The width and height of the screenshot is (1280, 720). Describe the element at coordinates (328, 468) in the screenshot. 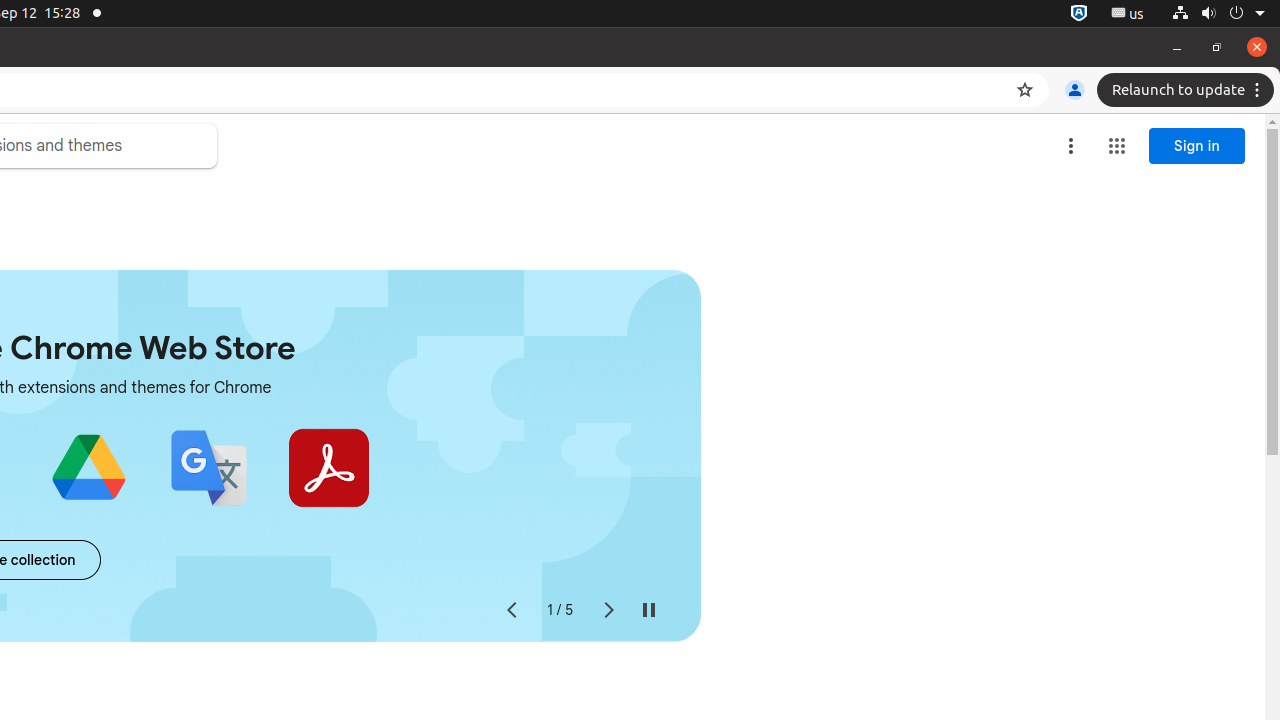

I see `'Adobe Acrobat: PDF edit, convert, sign tools'` at that location.